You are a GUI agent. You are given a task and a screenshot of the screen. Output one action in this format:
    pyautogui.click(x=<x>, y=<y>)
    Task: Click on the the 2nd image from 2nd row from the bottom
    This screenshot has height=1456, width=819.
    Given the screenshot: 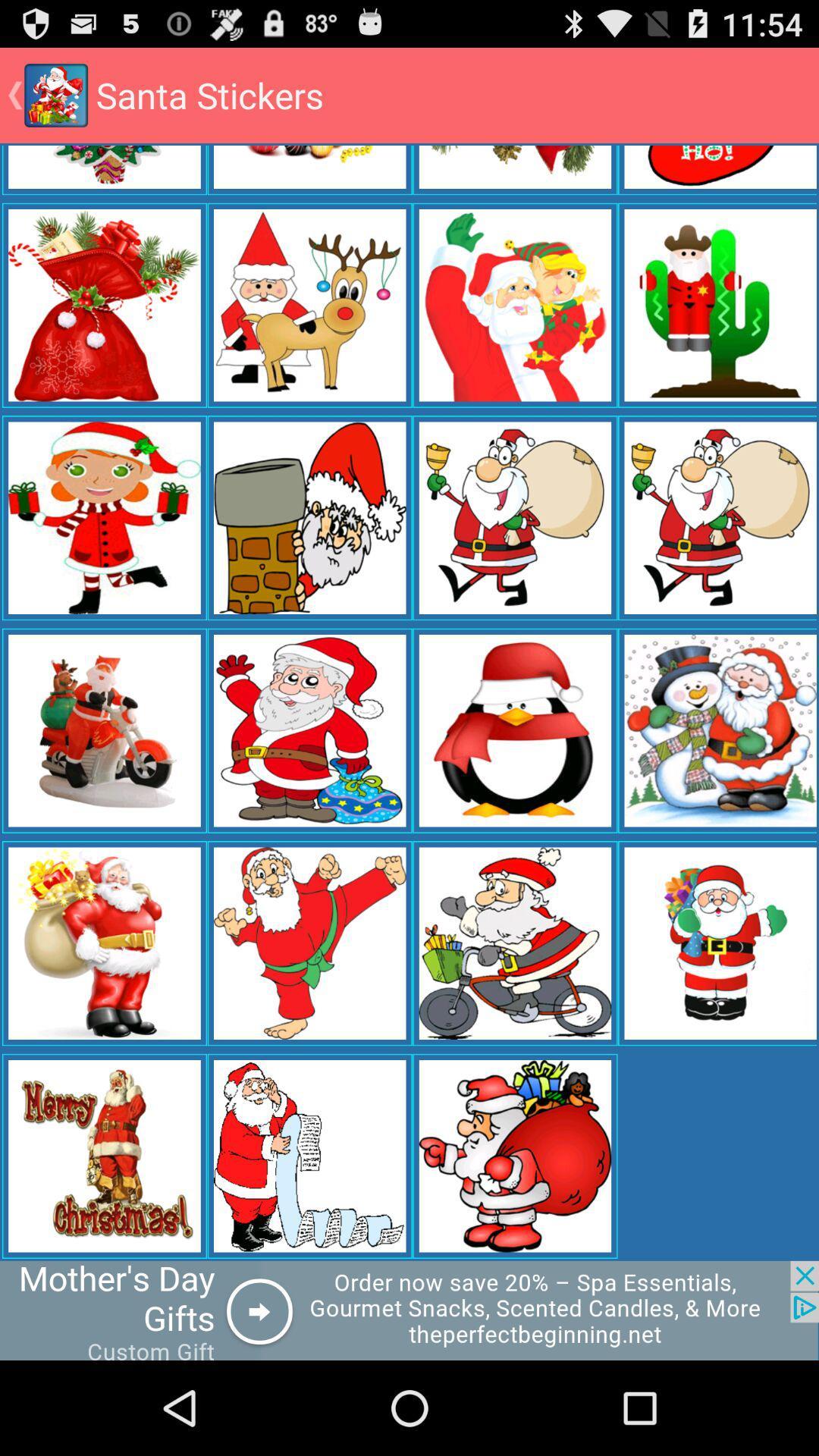 What is the action you would take?
    pyautogui.click(x=309, y=942)
    